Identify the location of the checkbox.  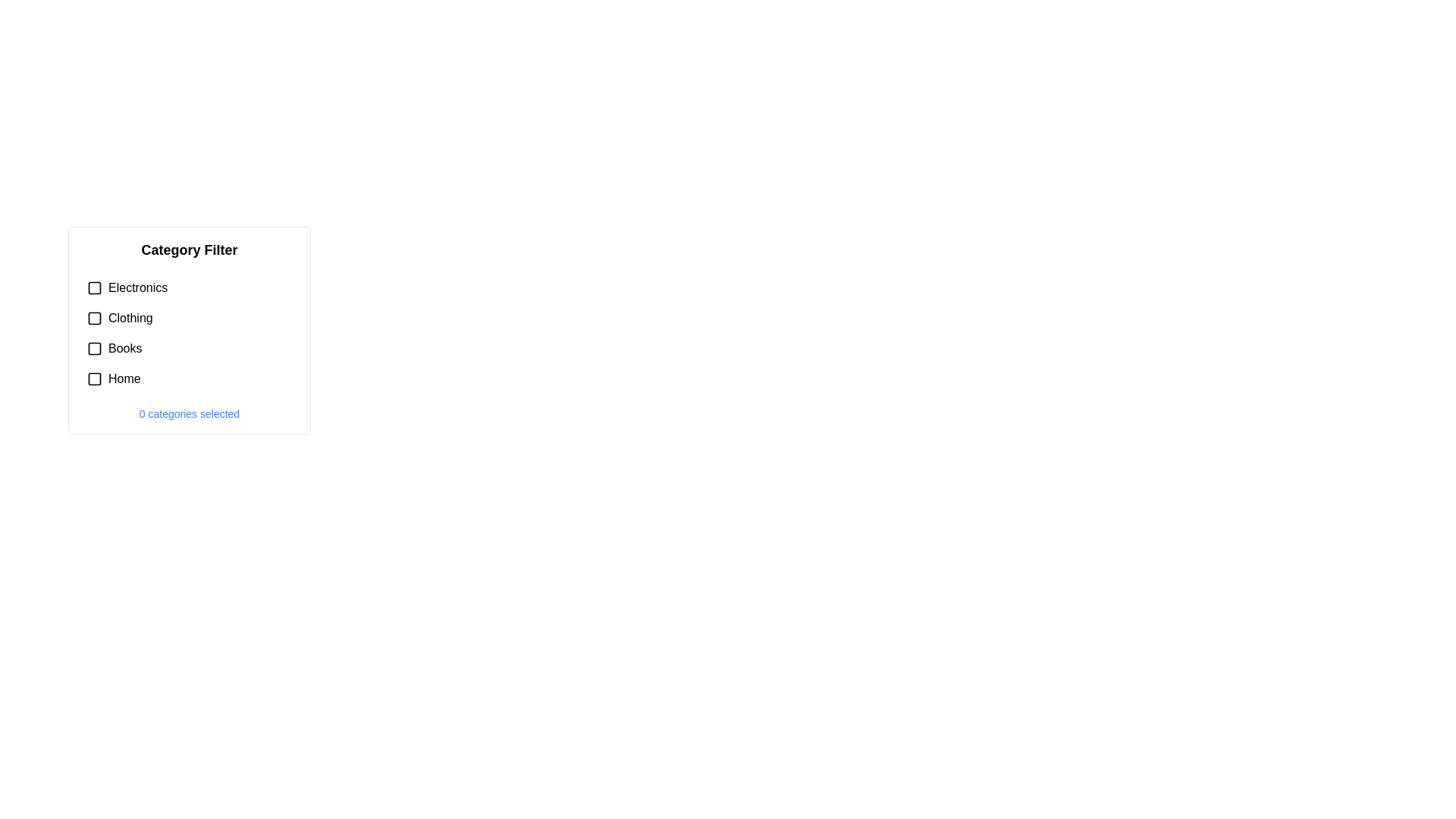
(93, 378).